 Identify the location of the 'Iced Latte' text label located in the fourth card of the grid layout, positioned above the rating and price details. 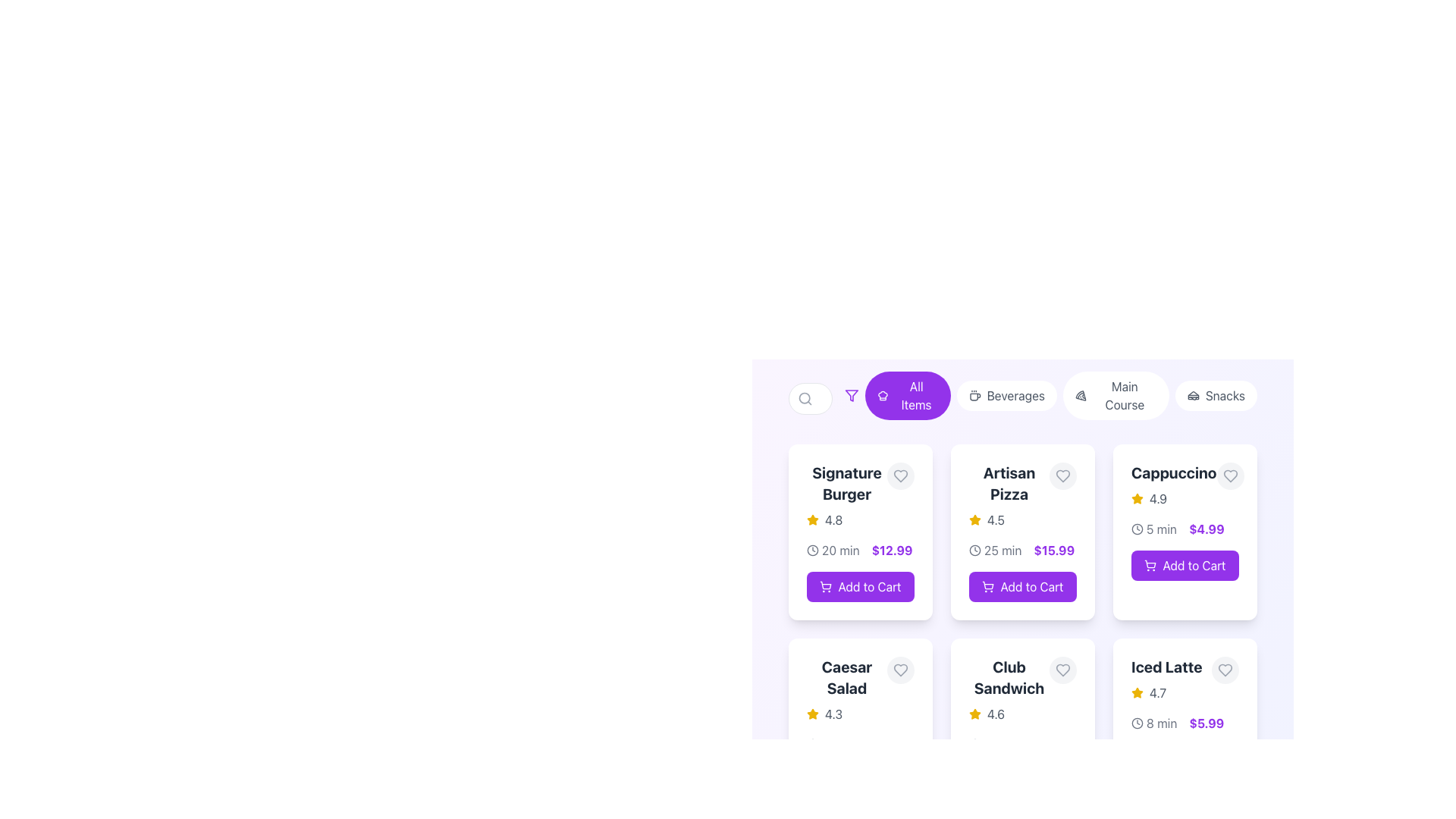
(1165, 666).